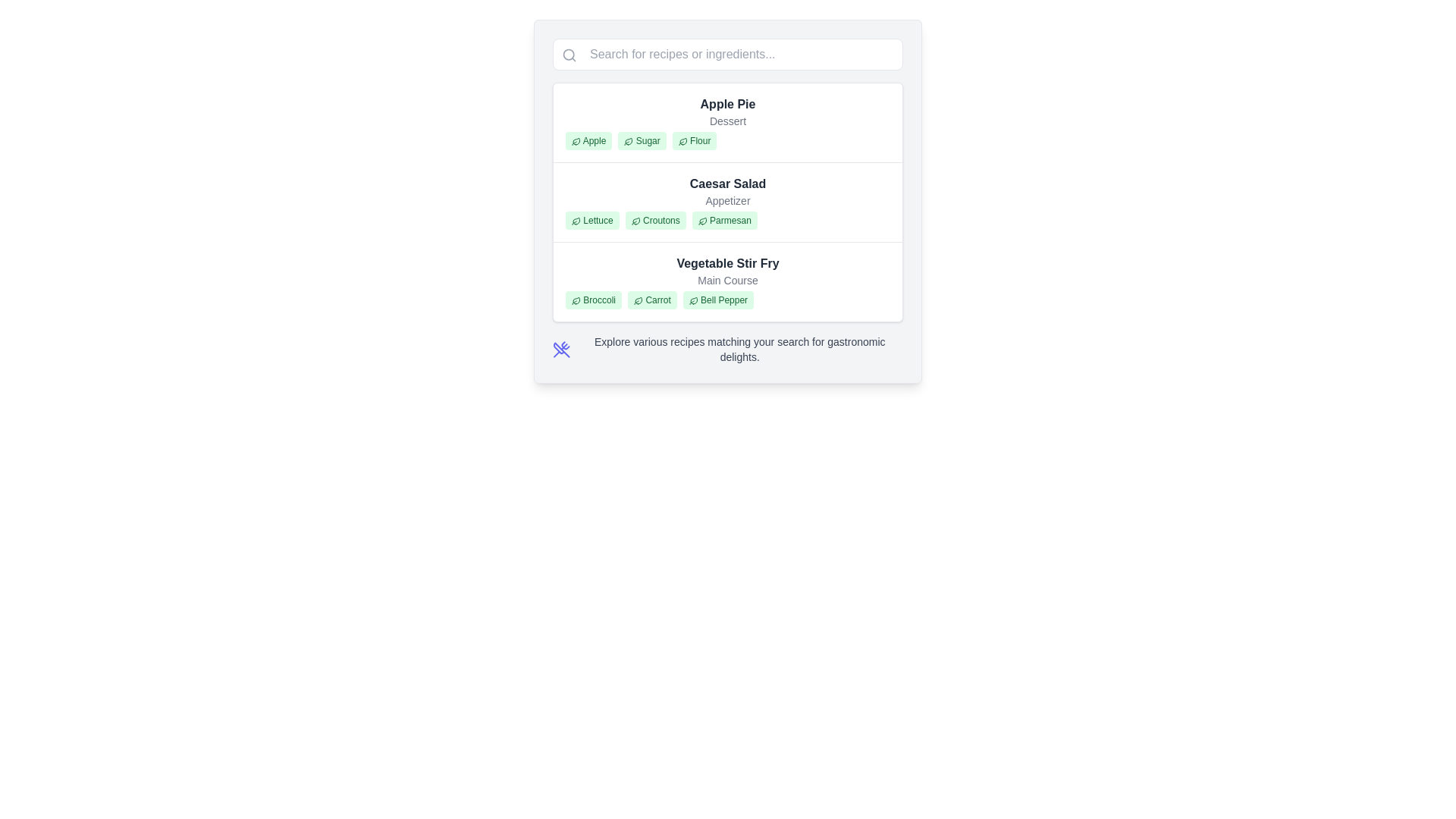  What do you see at coordinates (682, 141) in the screenshot?
I see `the leaf icon associated with the 'Flour' label for the Apple Pie recipe` at bounding box center [682, 141].